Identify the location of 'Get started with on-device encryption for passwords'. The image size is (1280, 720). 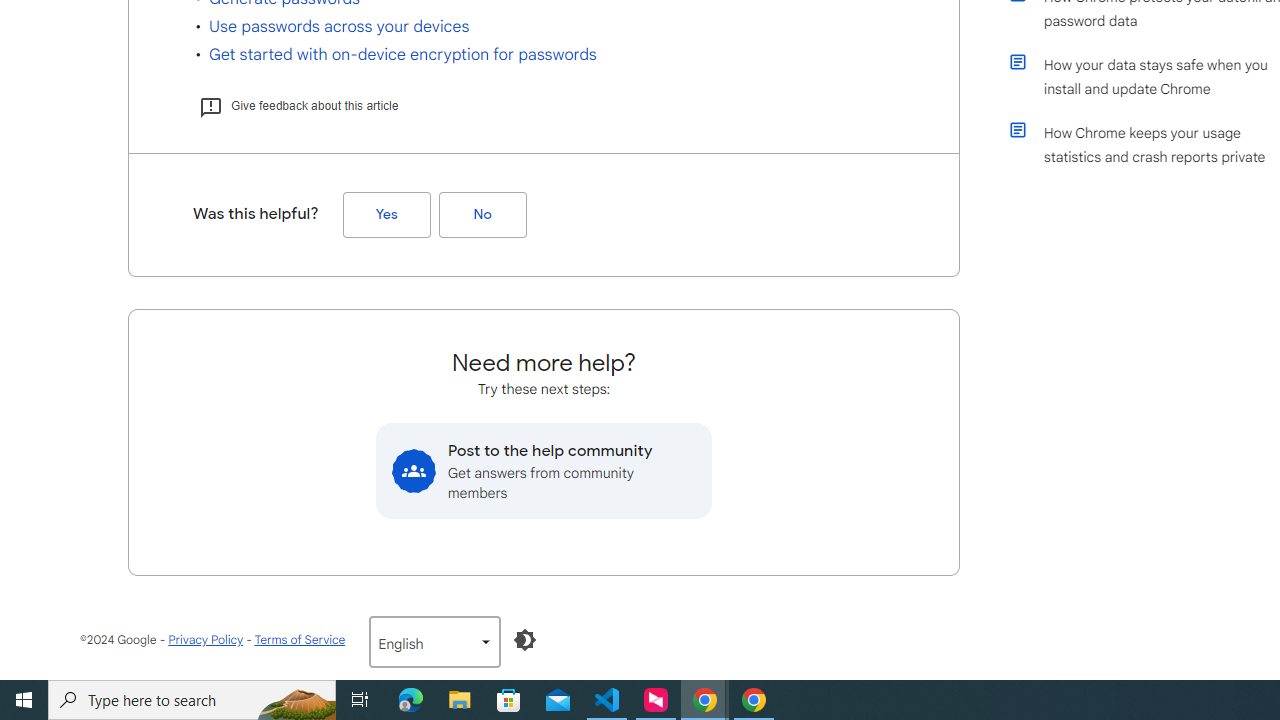
(401, 53).